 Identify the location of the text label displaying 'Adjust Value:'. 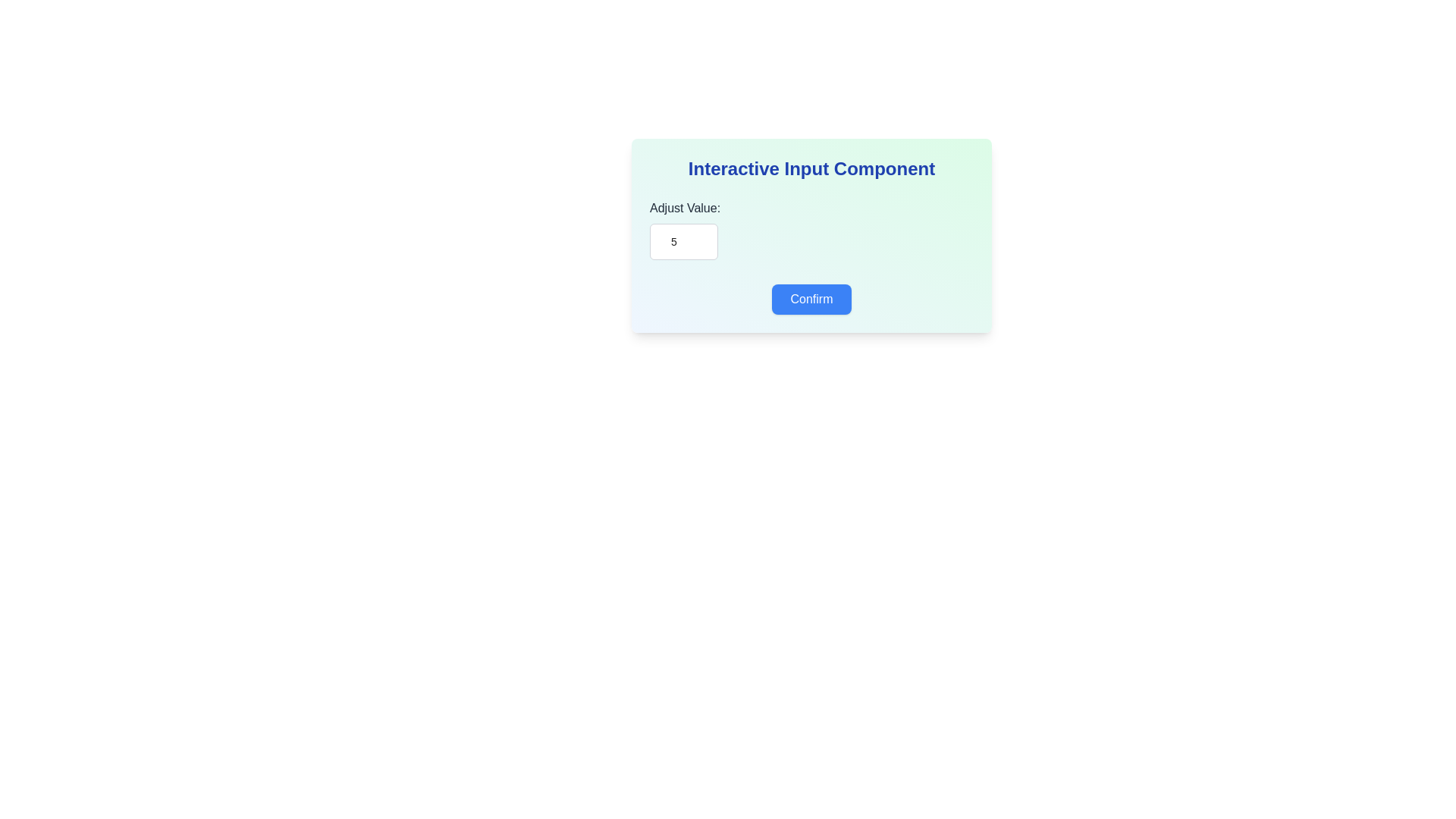
(684, 208).